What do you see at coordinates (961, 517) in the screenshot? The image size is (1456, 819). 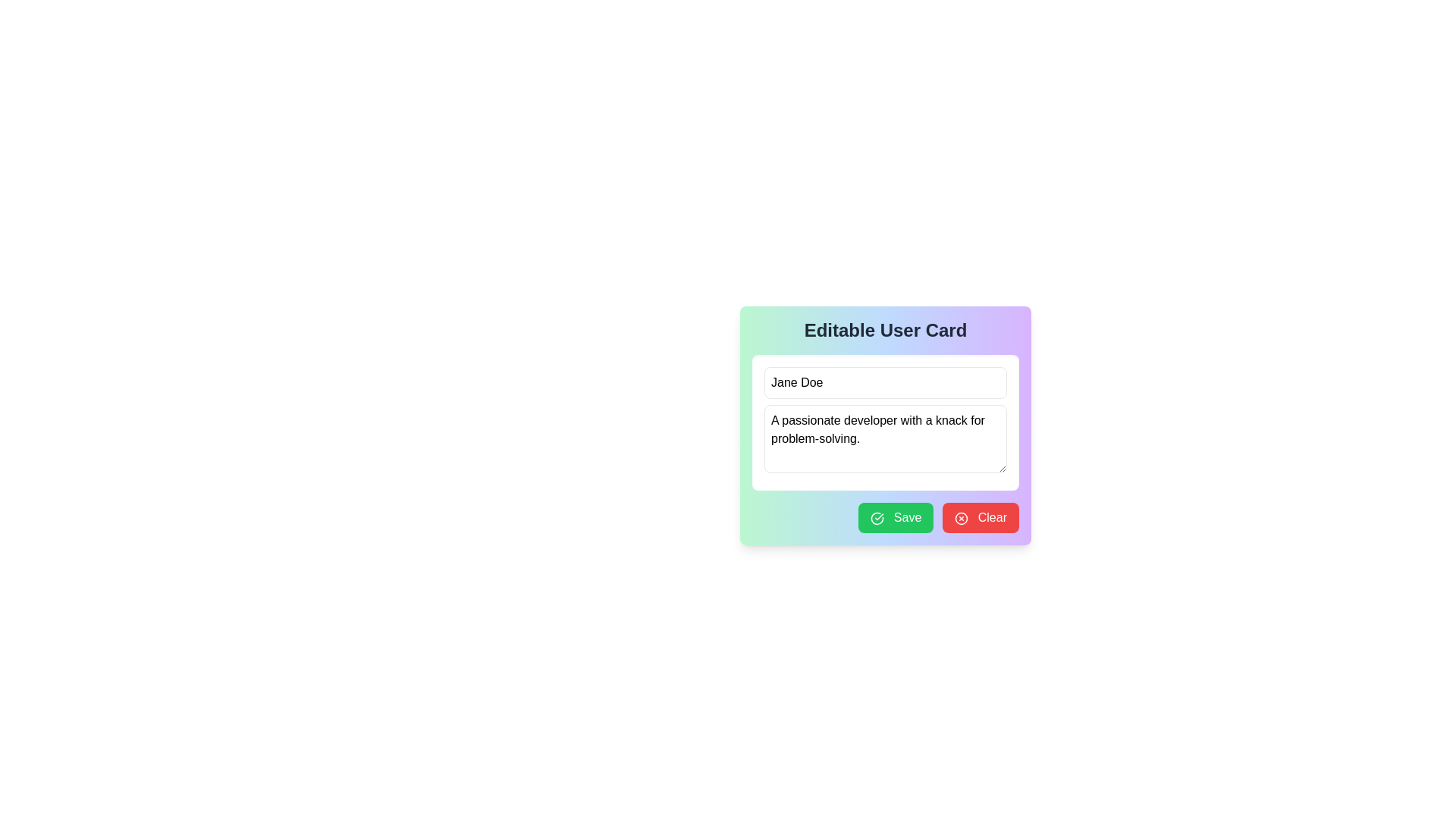 I see `the small circular visual element that enhances the 'Clear' button icon located in the bottom-right corner of the card interface` at bounding box center [961, 517].